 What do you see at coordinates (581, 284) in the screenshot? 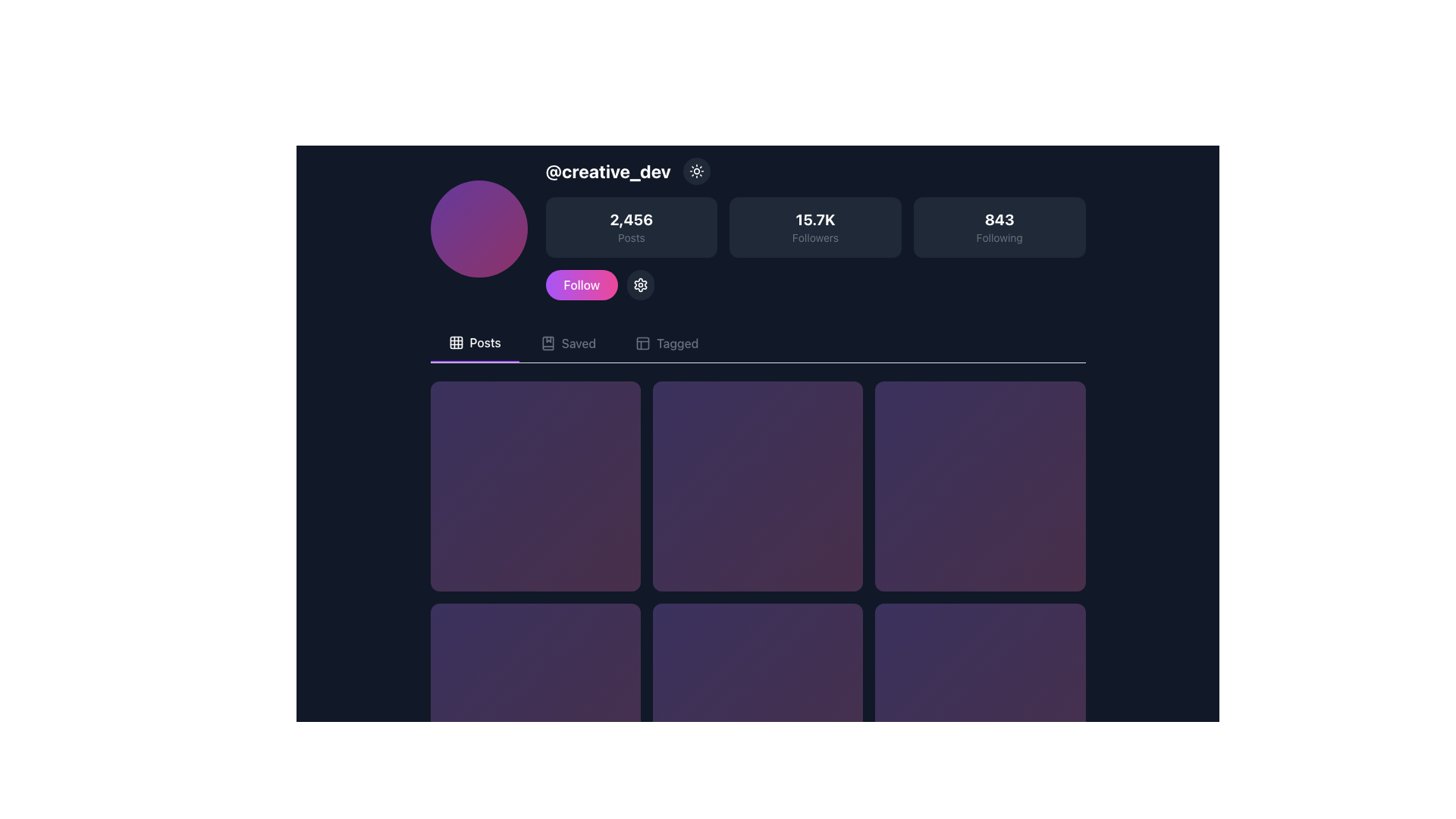
I see `the 'Follow' button located near the top-center of the page, adjacent to the user profile picture and name, to follow the user` at bounding box center [581, 284].